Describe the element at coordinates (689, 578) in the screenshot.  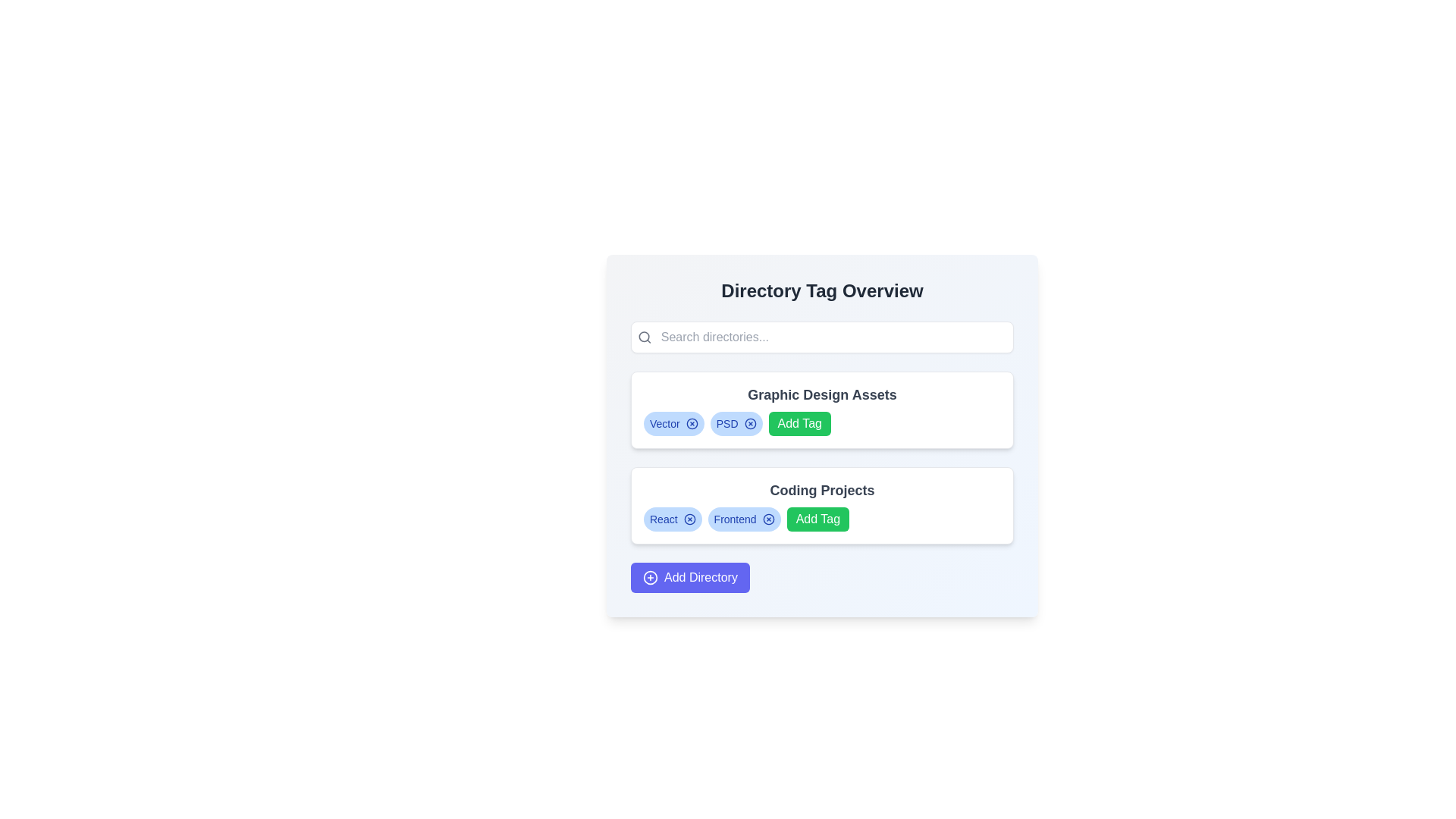
I see `the rectangular button with a purple background and white text 'Add Directory'` at that location.